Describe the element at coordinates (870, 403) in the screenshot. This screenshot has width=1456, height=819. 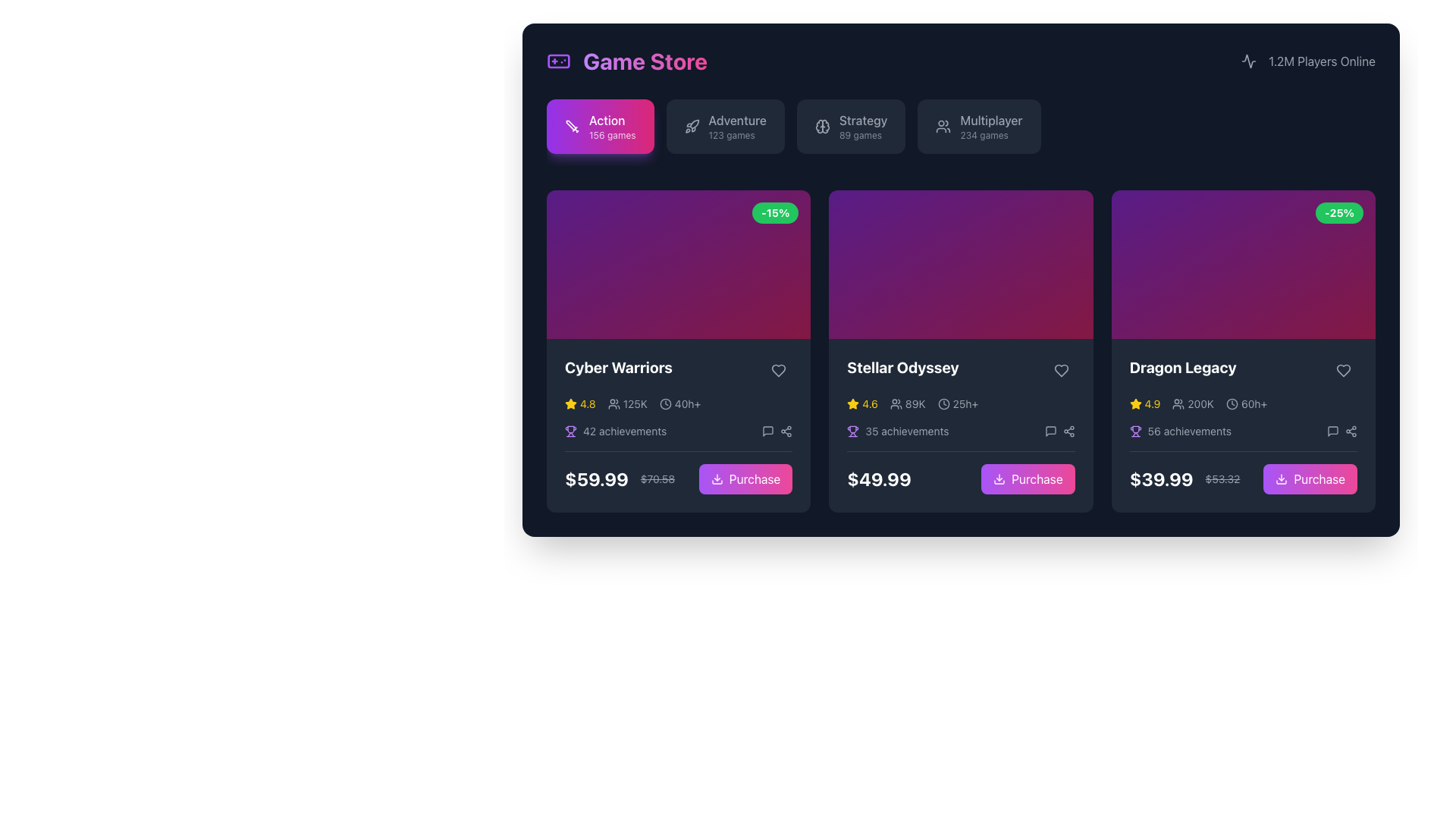
I see `the text label element displaying the rating '4.6' in yellow color, located on the second card titled 'Stellar Odyssey', positioned to the right of a star icon` at that location.